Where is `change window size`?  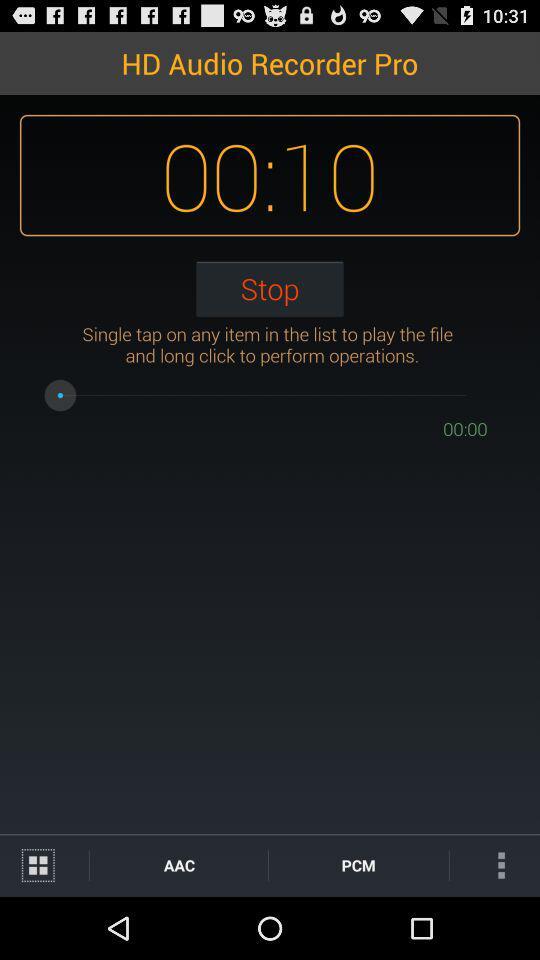
change window size is located at coordinates (44, 864).